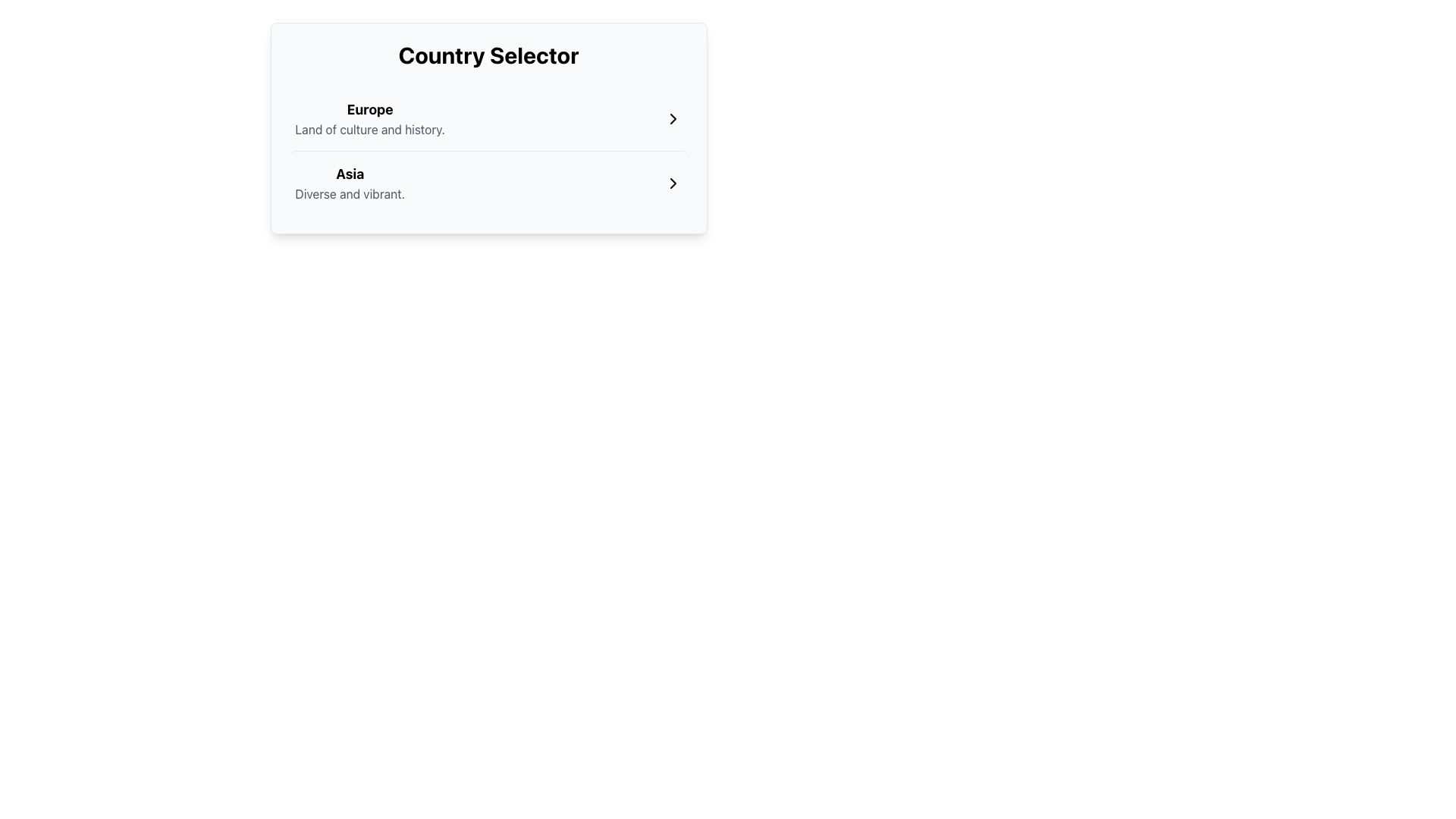 This screenshot has width=1456, height=819. I want to click on the textual phrase styled with a gray font reading 'Land of culture and history.' located directly below the bolded 'Europe' title in the country selector interface, so click(370, 128).